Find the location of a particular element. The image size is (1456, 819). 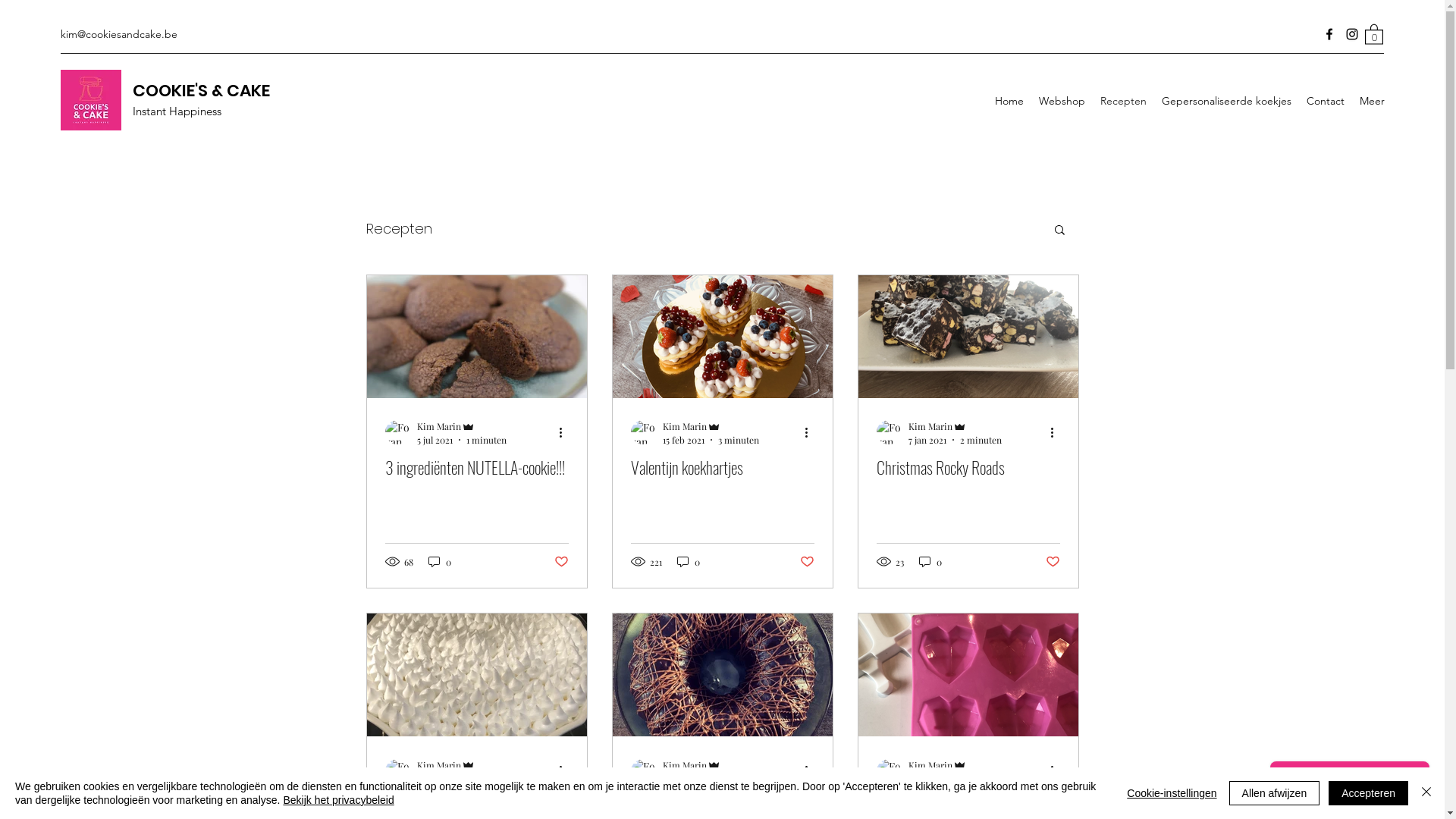

'COOKIE'S & CAKE' is located at coordinates (200, 90).